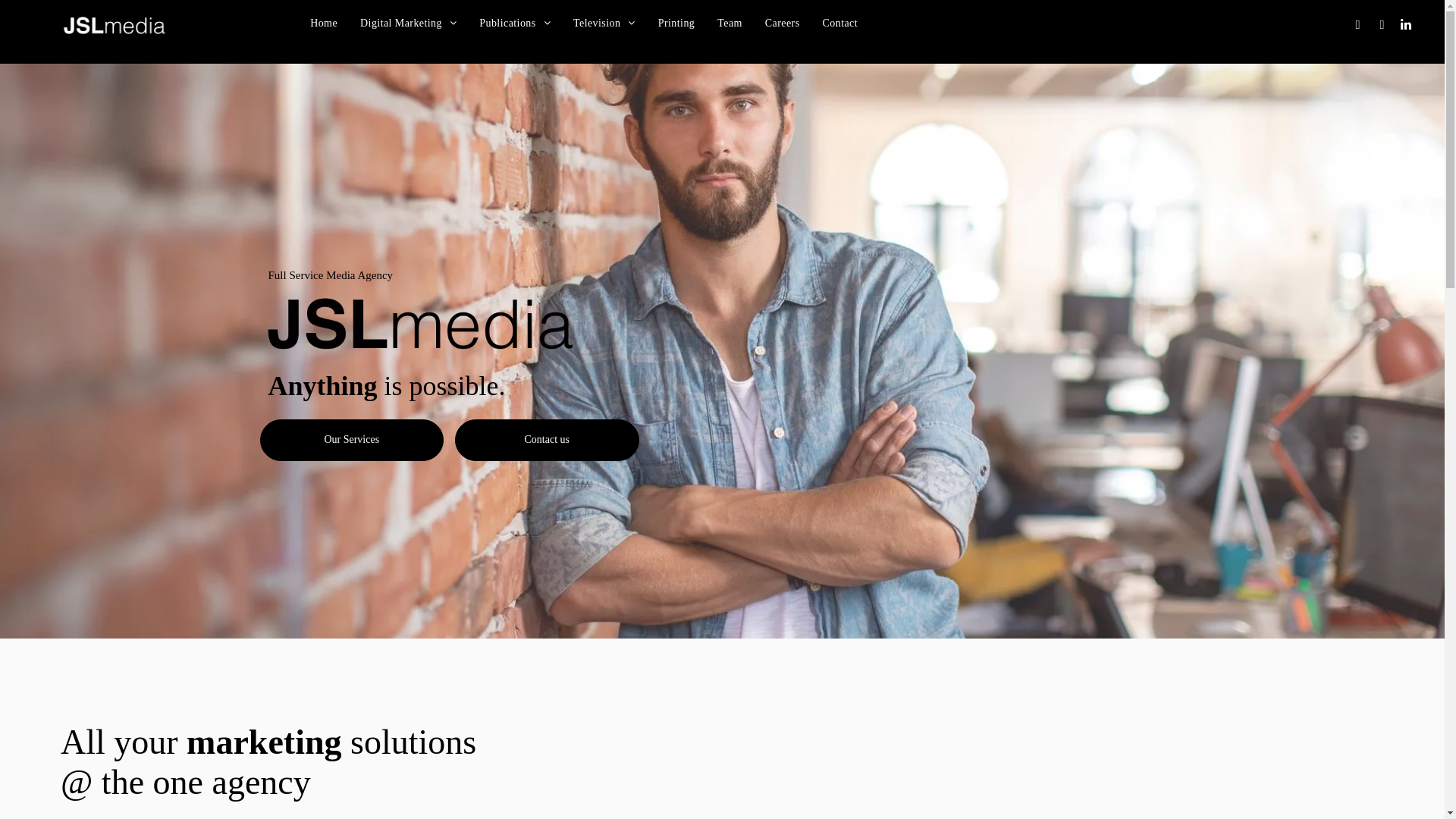 The image size is (1456, 819). Describe the element at coordinates (811, 23) in the screenshot. I see `'Contact'` at that location.